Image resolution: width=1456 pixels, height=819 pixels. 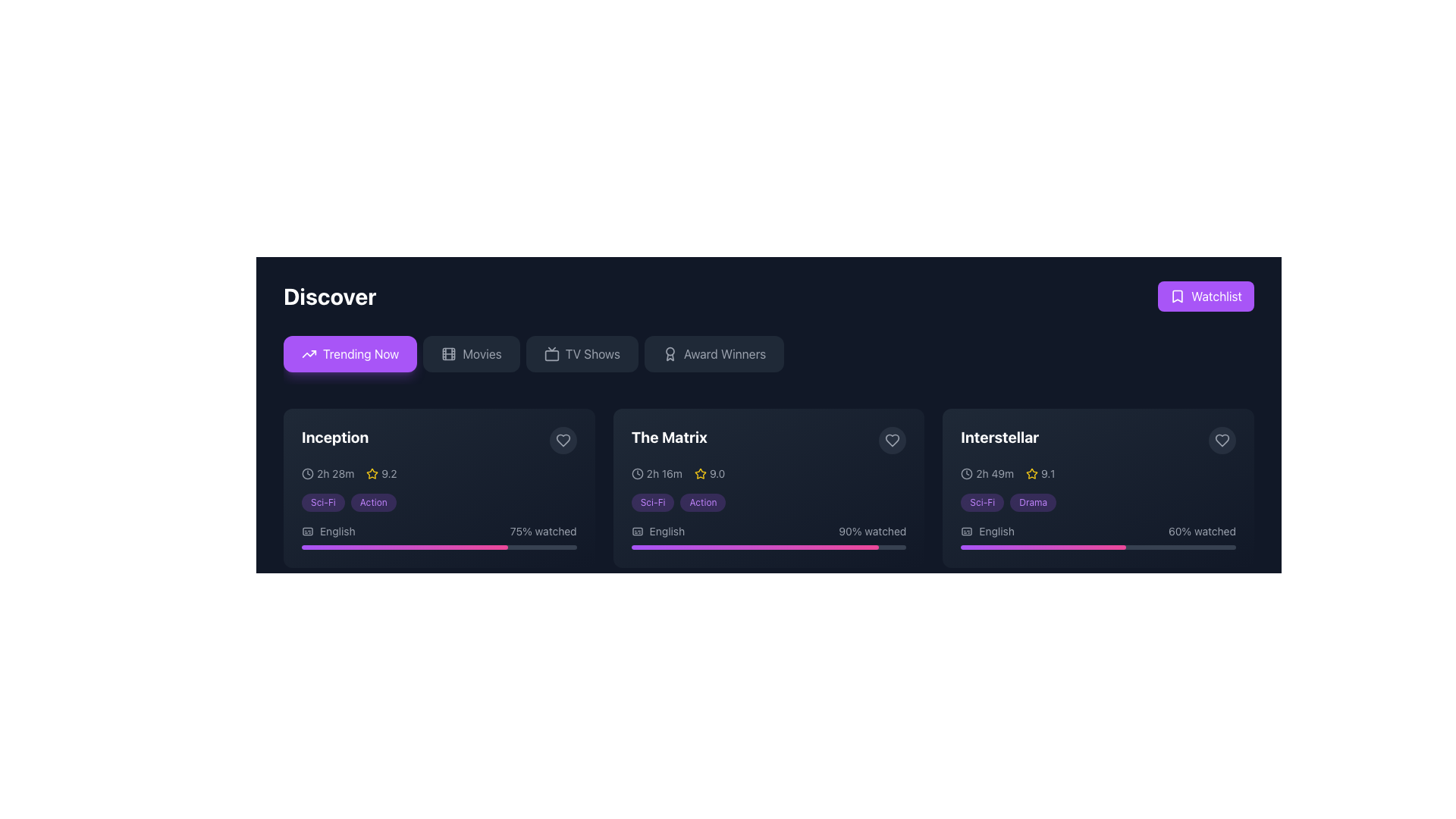 I want to click on the 'Award Winners' button, which is located to the right of the award icon represented by a circular medallion with a ribbon underneath, so click(x=669, y=353).